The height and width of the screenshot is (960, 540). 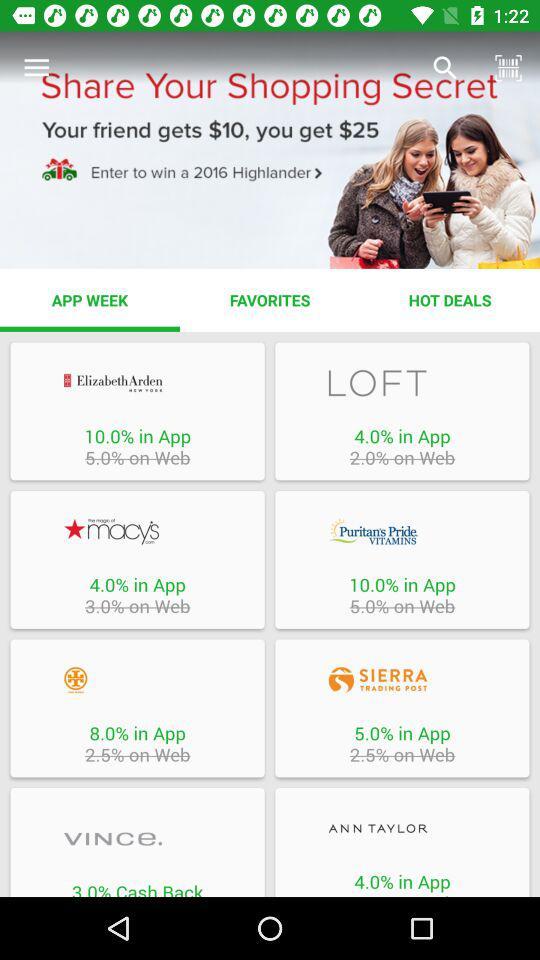 What do you see at coordinates (402, 828) in the screenshot?
I see `item` at bounding box center [402, 828].